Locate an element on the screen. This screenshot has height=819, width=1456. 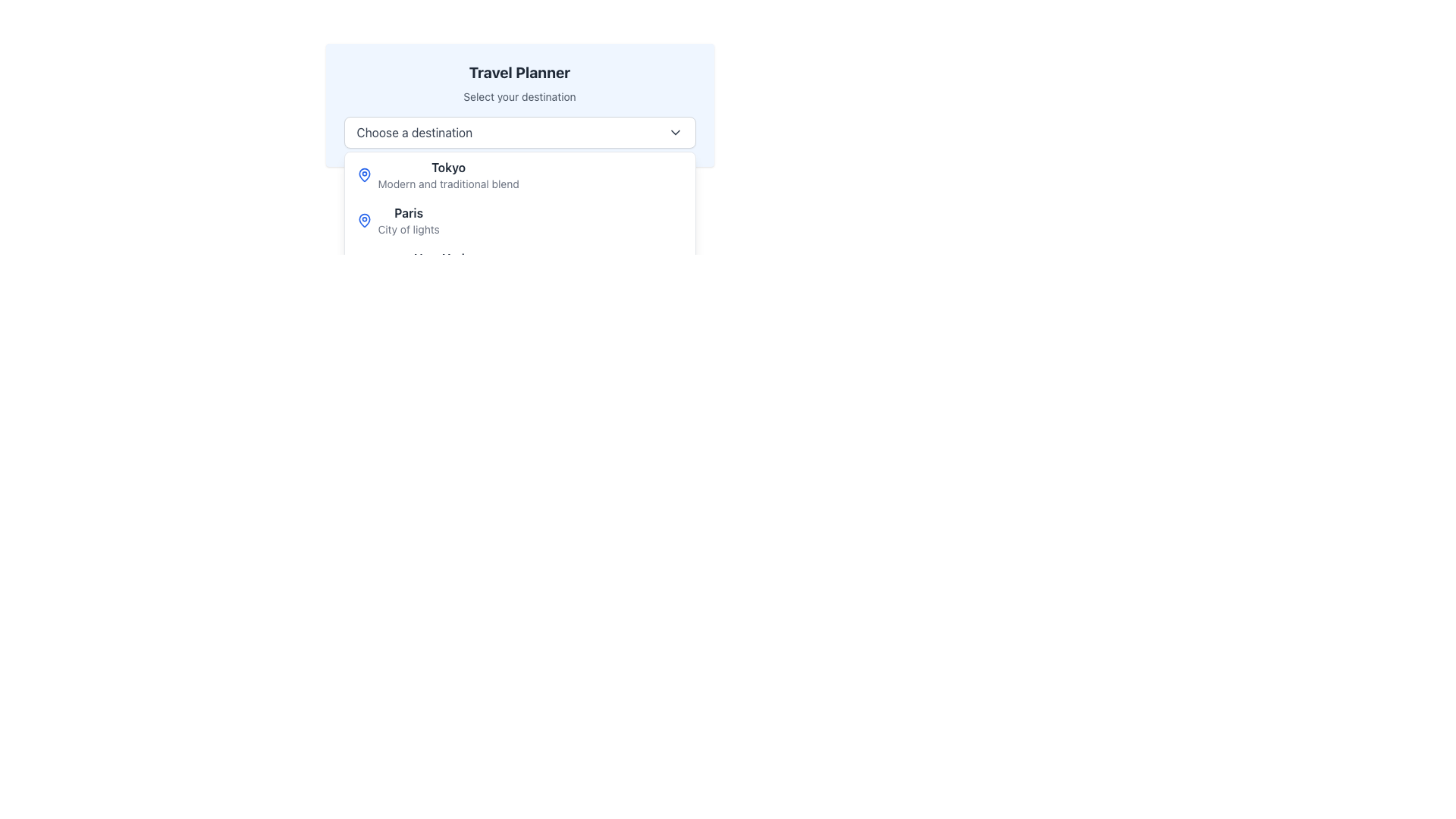
the descriptive text label located directly beneath the 'Tokyo' text within the dropdown menu, which provides additional context about the city is located at coordinates (447, 184).